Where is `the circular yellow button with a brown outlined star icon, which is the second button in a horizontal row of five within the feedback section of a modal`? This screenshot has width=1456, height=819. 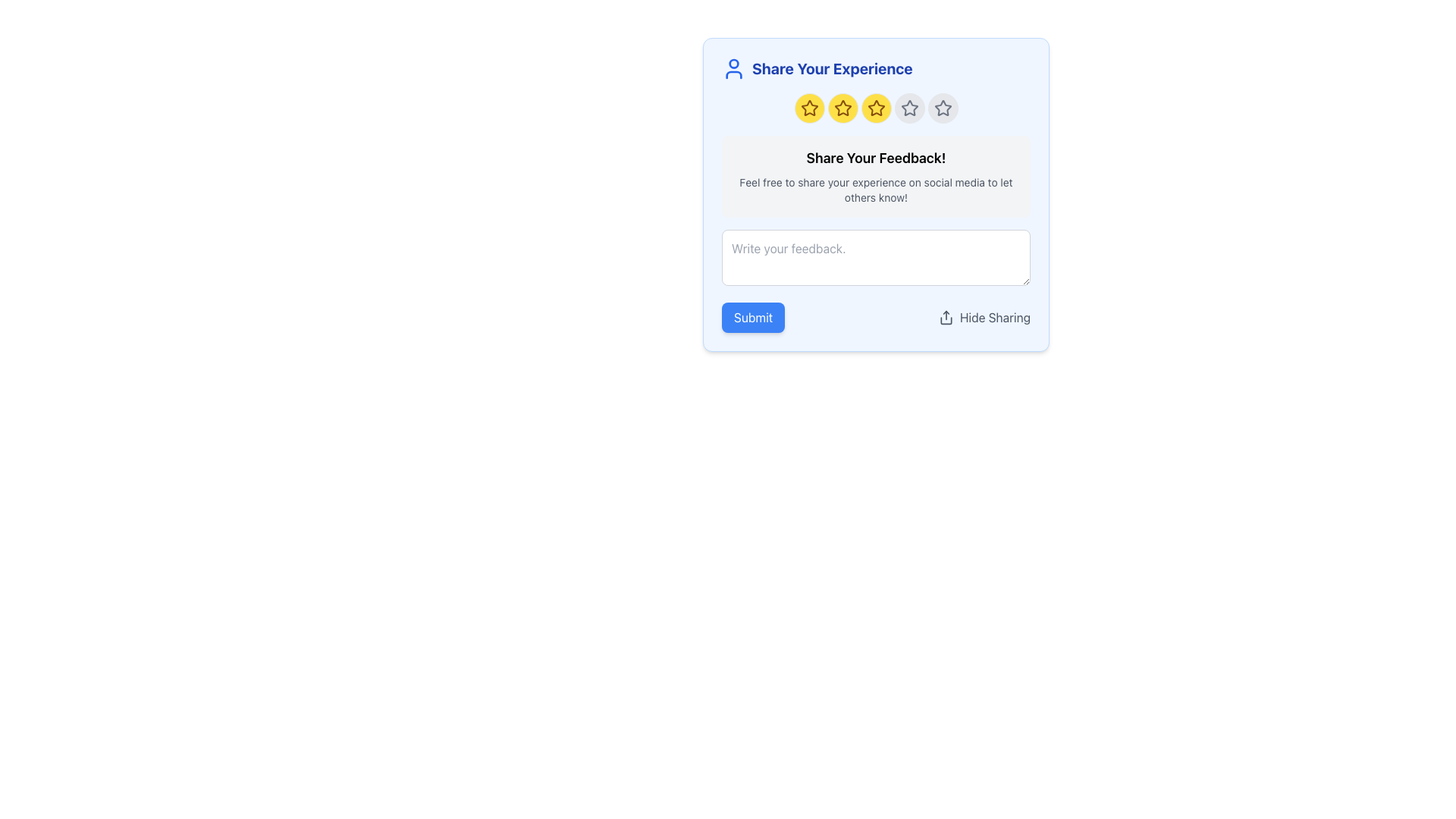
the circular yellow button with a brown outlined star icon, which is the second button in a horizontal row of five within the feedback section of a modal is located at coordinates (842, 107).